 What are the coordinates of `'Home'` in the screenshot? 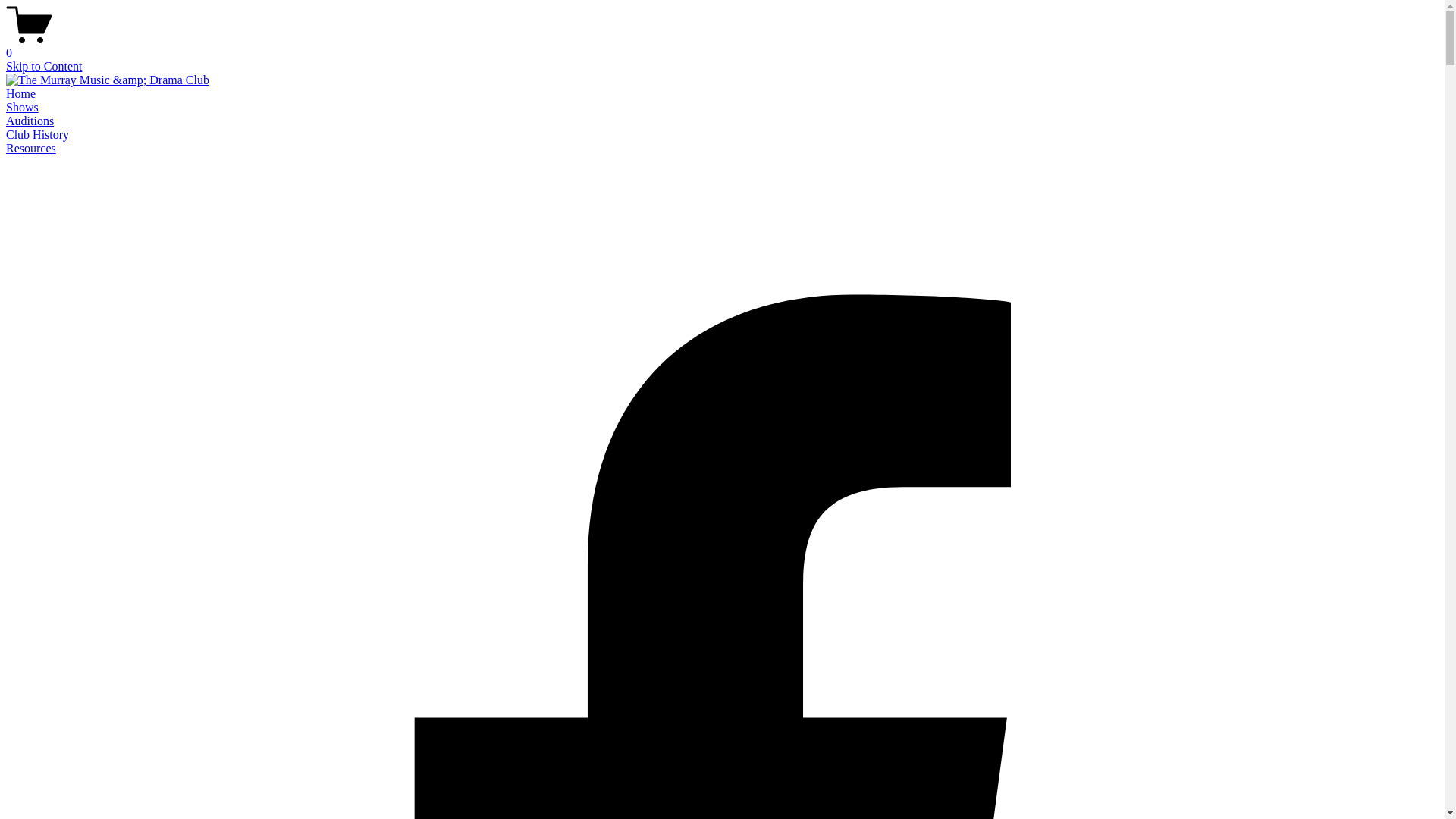 It's located at (20, 93).